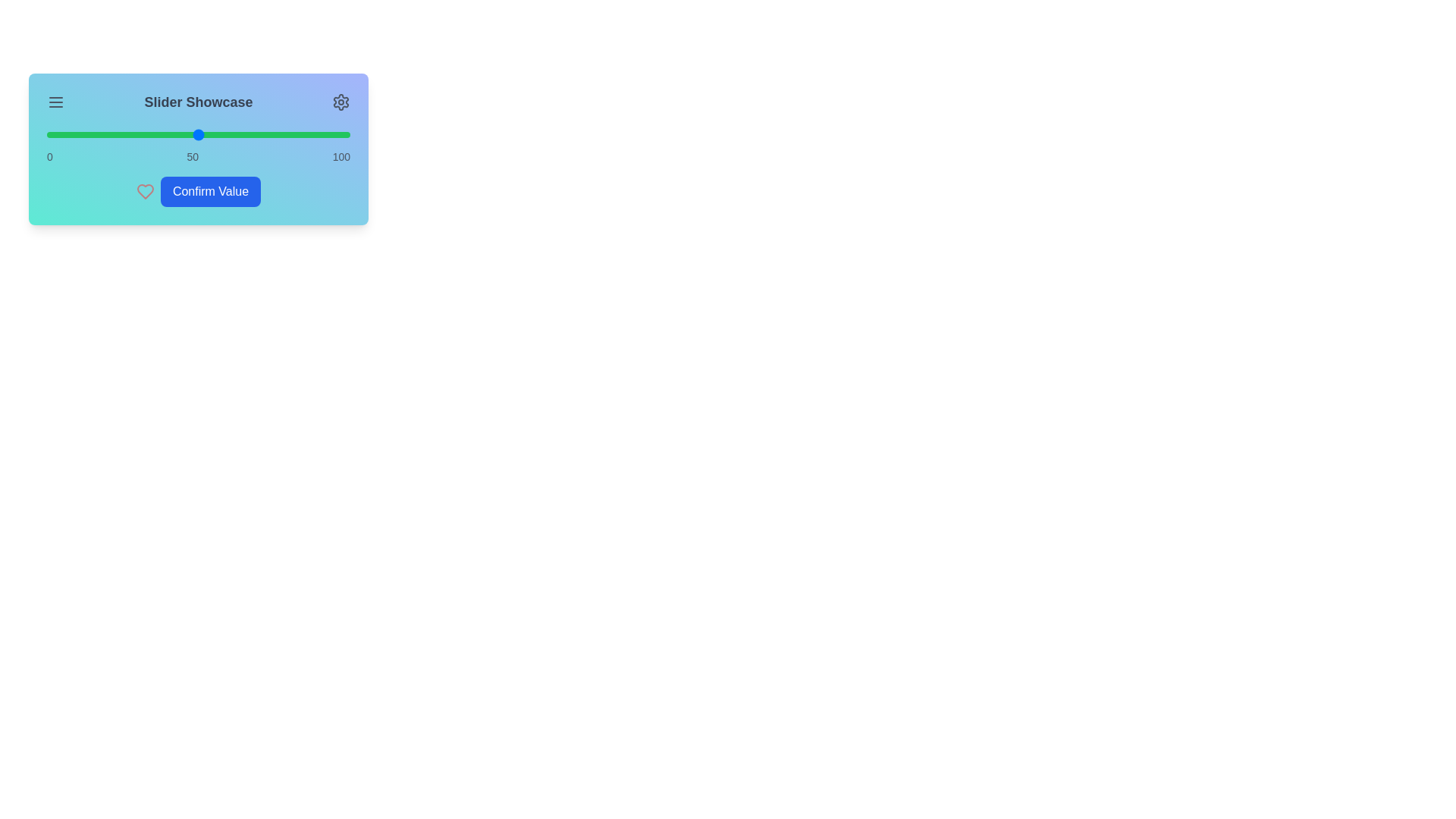 This screenshot has width=1456, height=819. I want to click on the 'Confirm Value' button to confirm the current slider value, so click(210, 191).